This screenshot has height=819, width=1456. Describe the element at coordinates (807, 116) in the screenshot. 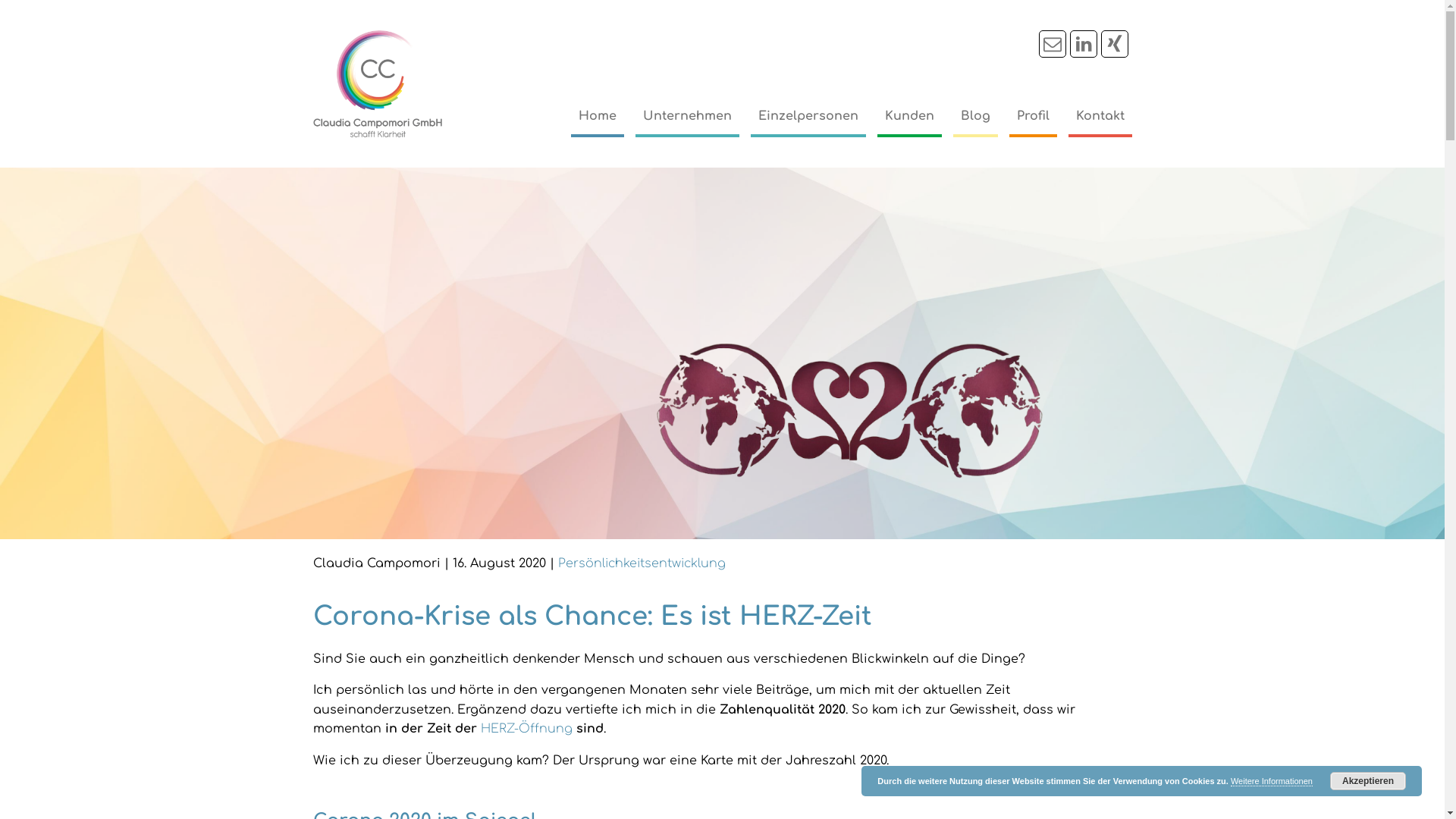

I see `'Einzelpersonen'` at that location.